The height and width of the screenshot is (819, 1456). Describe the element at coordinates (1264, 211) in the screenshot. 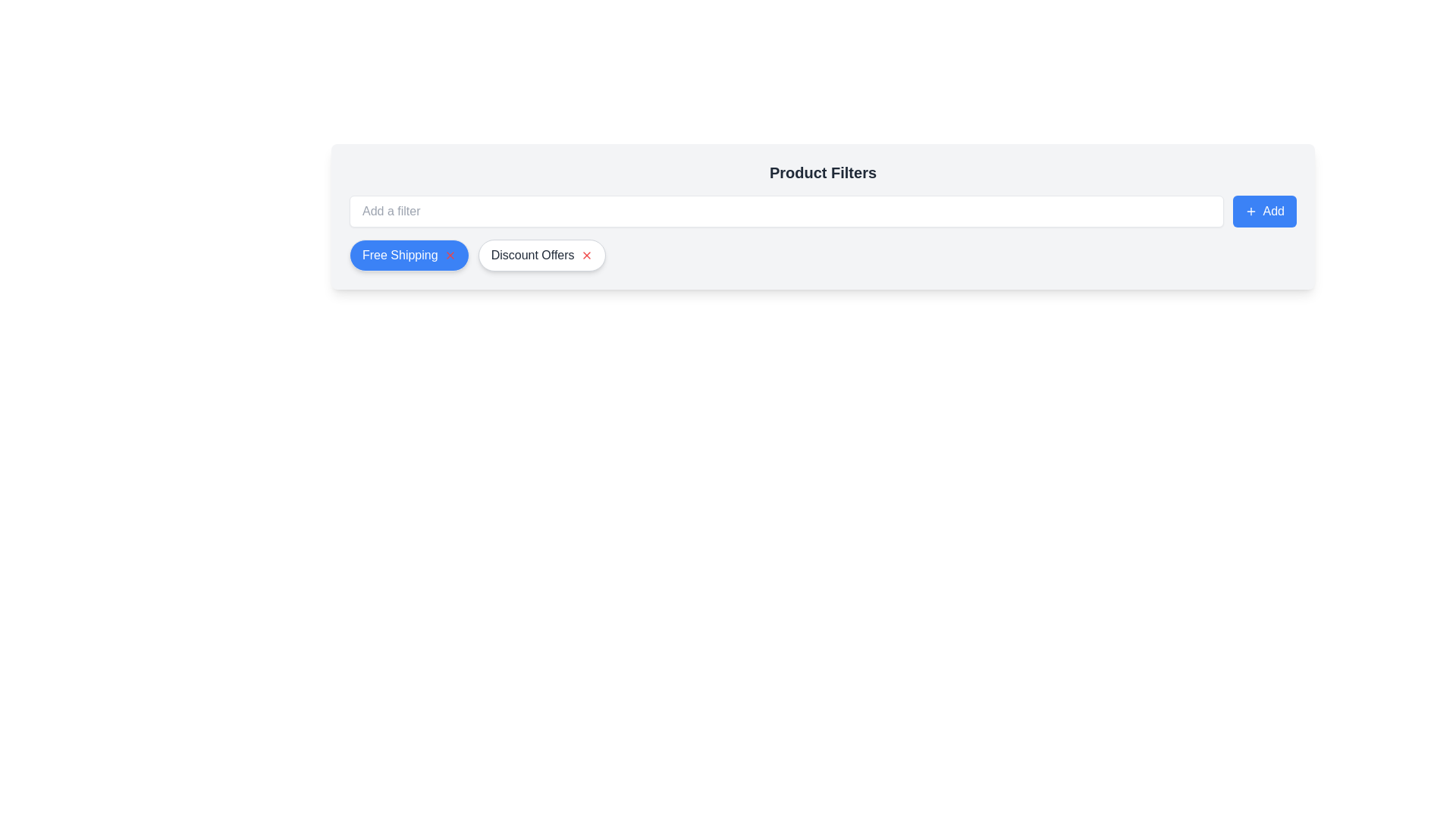

I see `the blue 'Add' button with a plus icon on the left` at that location.